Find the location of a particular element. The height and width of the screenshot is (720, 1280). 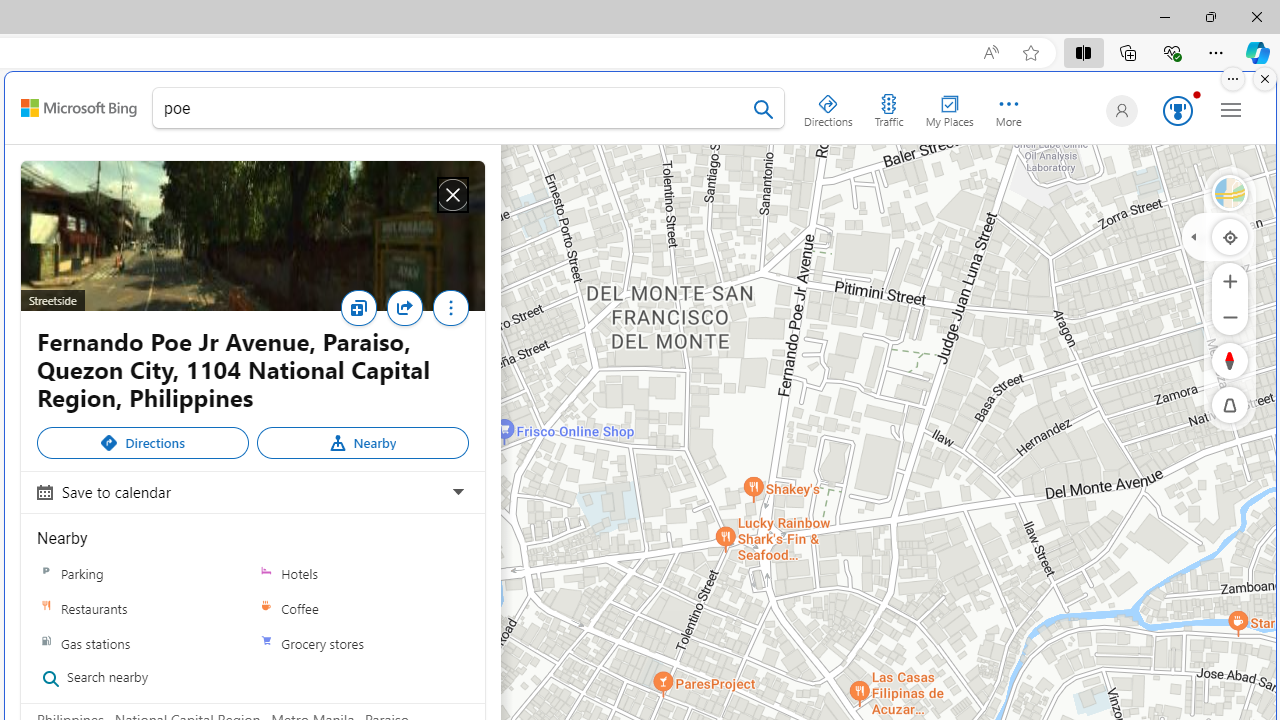

'Search nearby' is located at coordinates (135, 677).